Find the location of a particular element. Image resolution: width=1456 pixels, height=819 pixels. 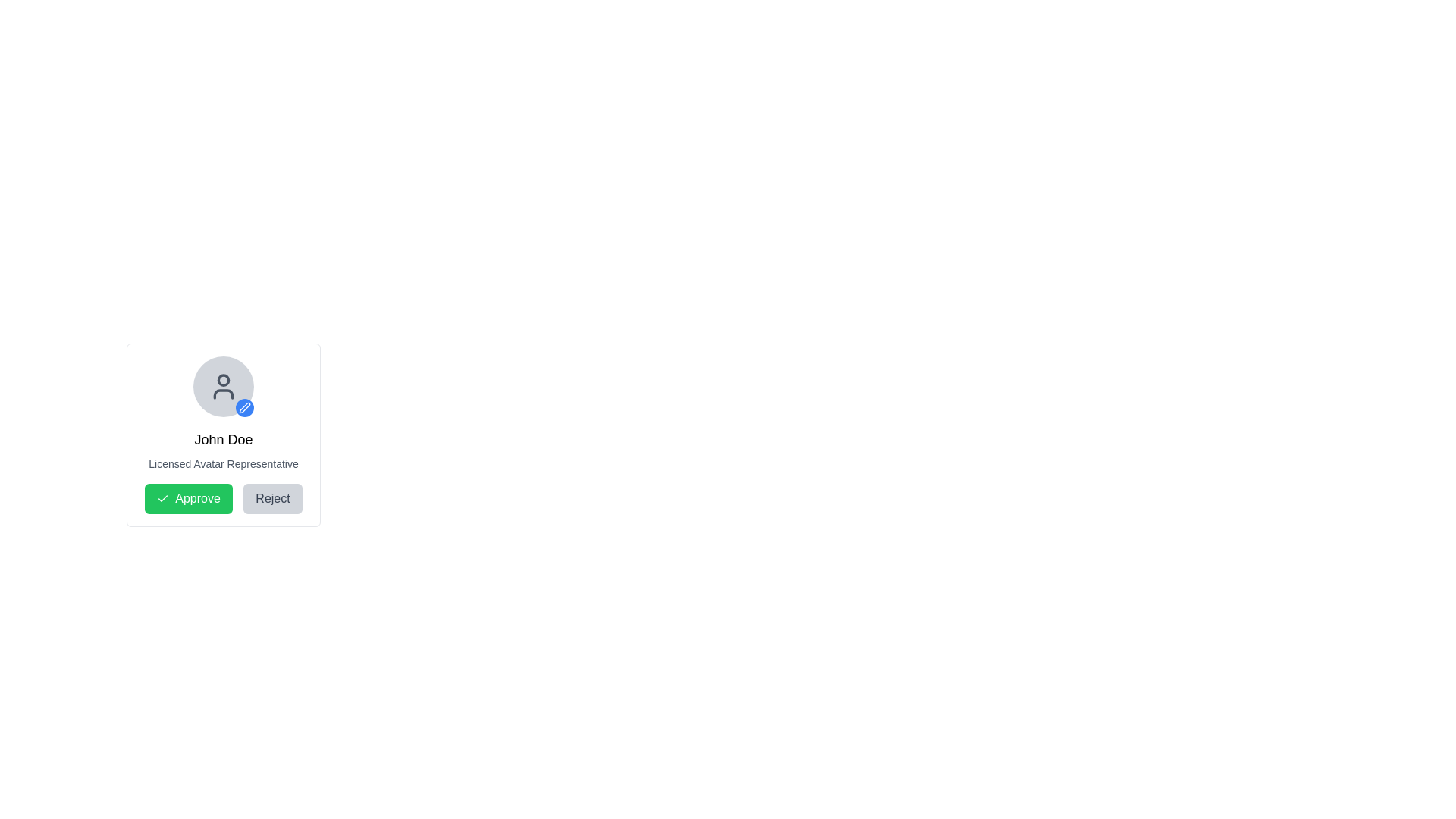

the stylized blue pen icon located near the bottom-right corner of the user's profile avatar to initiate an edit action is located at coordinates (243, 406).